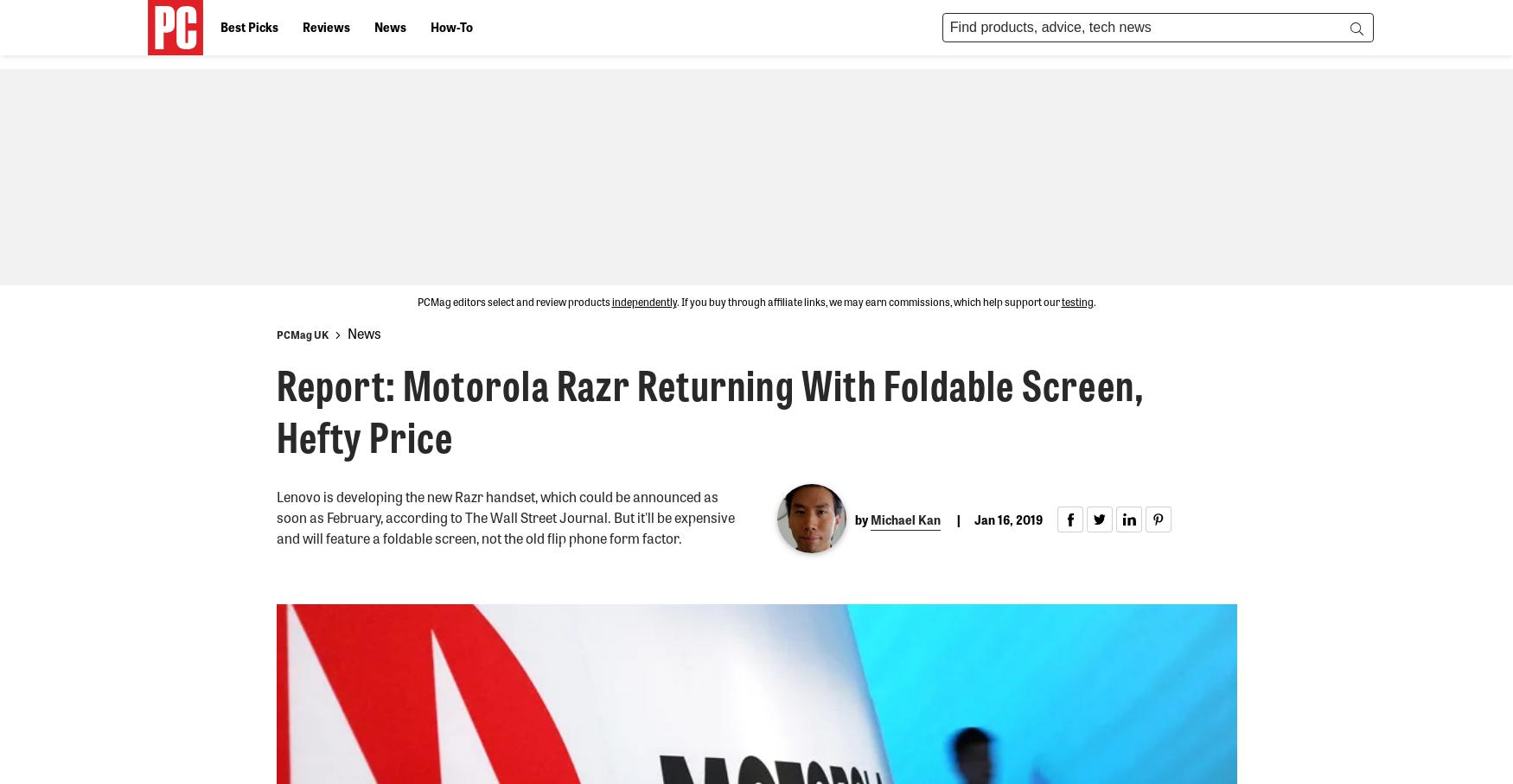 The height and width of the screenshot is (784, 1513). I want to click on '.', so click(1092, 301).